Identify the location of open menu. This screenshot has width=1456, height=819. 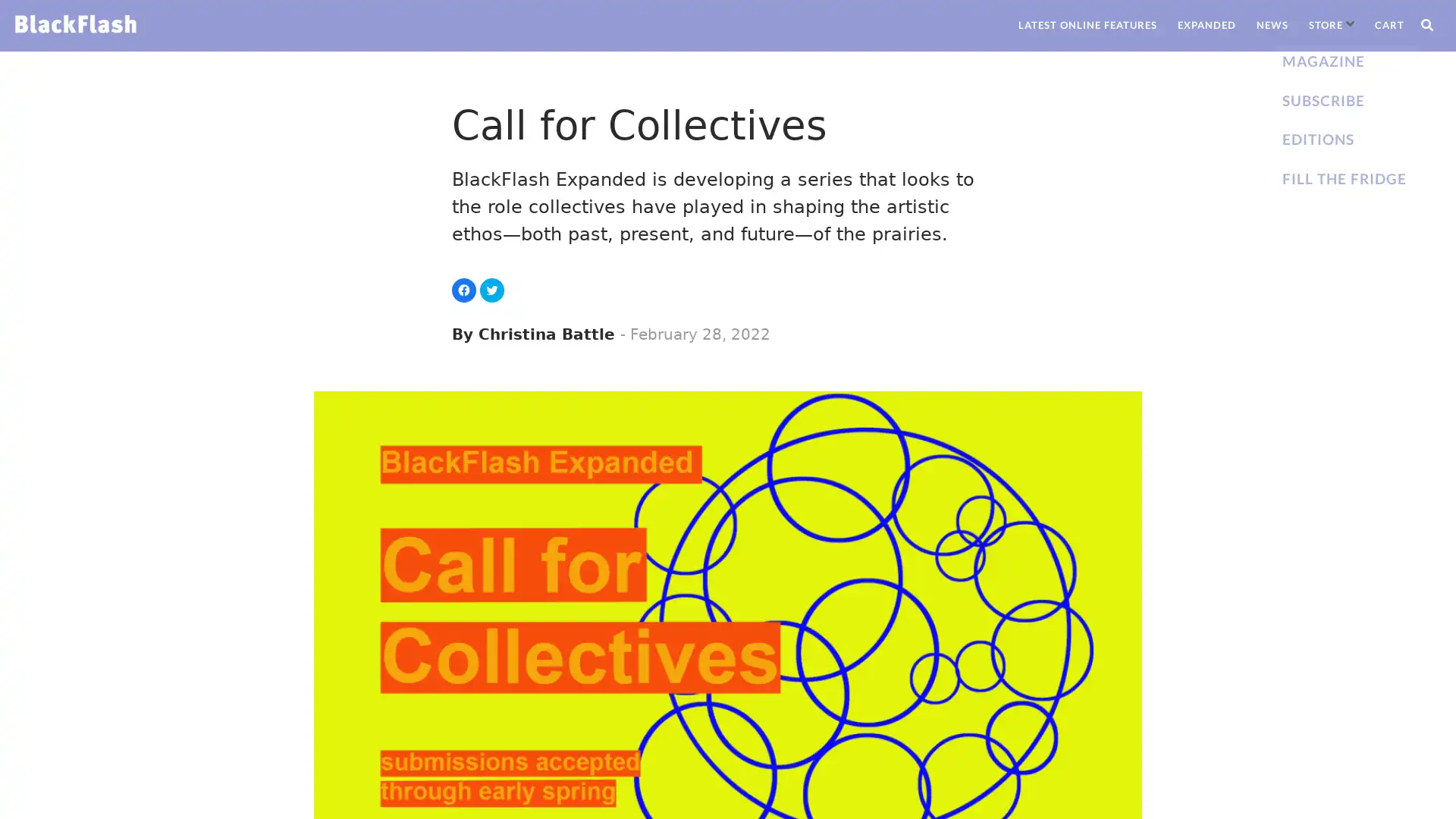
(1350, 24).